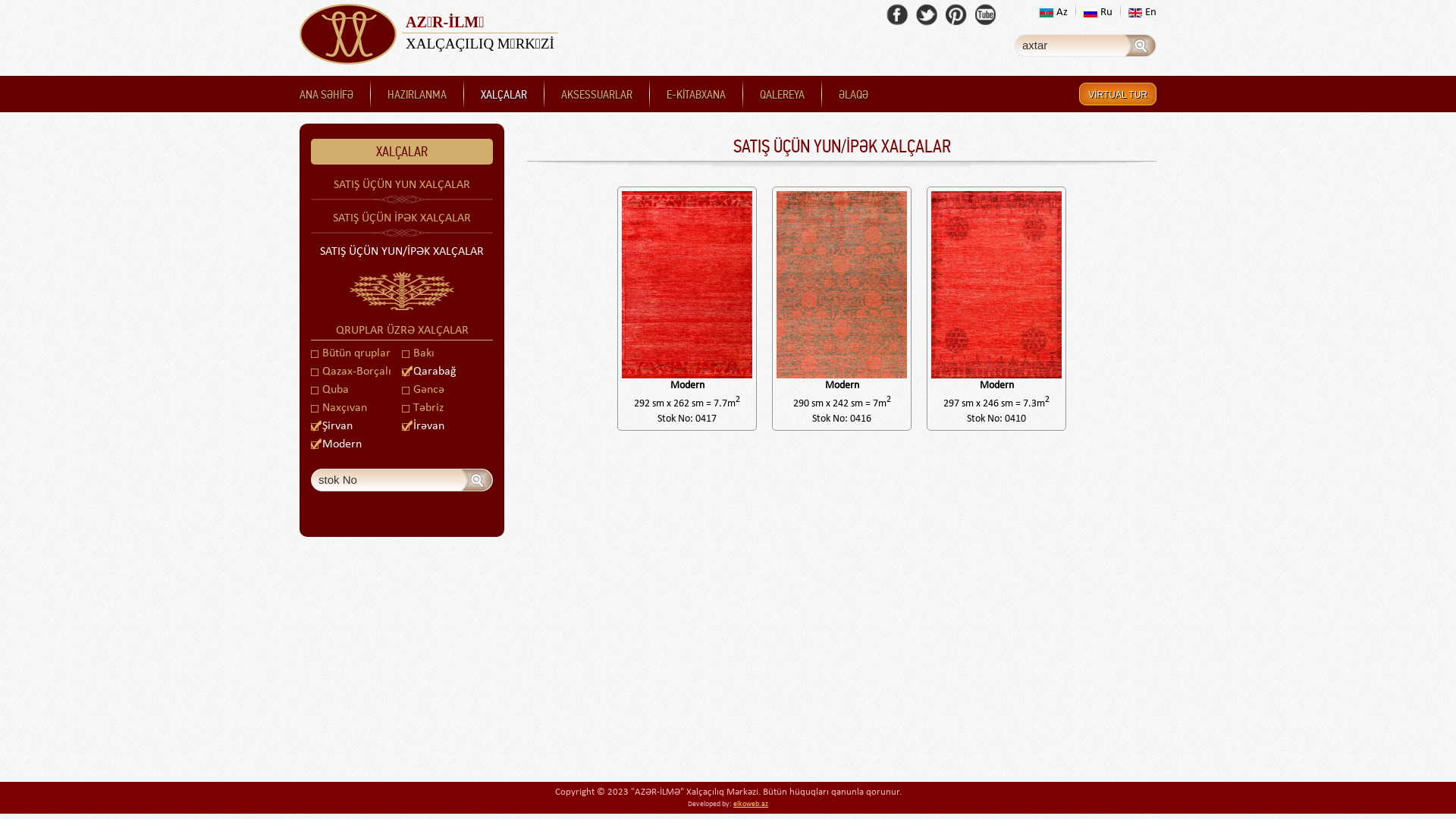 The image size is (1456, 819). What do you see at coordinates (329, 388) in the screenshot?
I see `'Quba'` at bounding box center [329, 388].